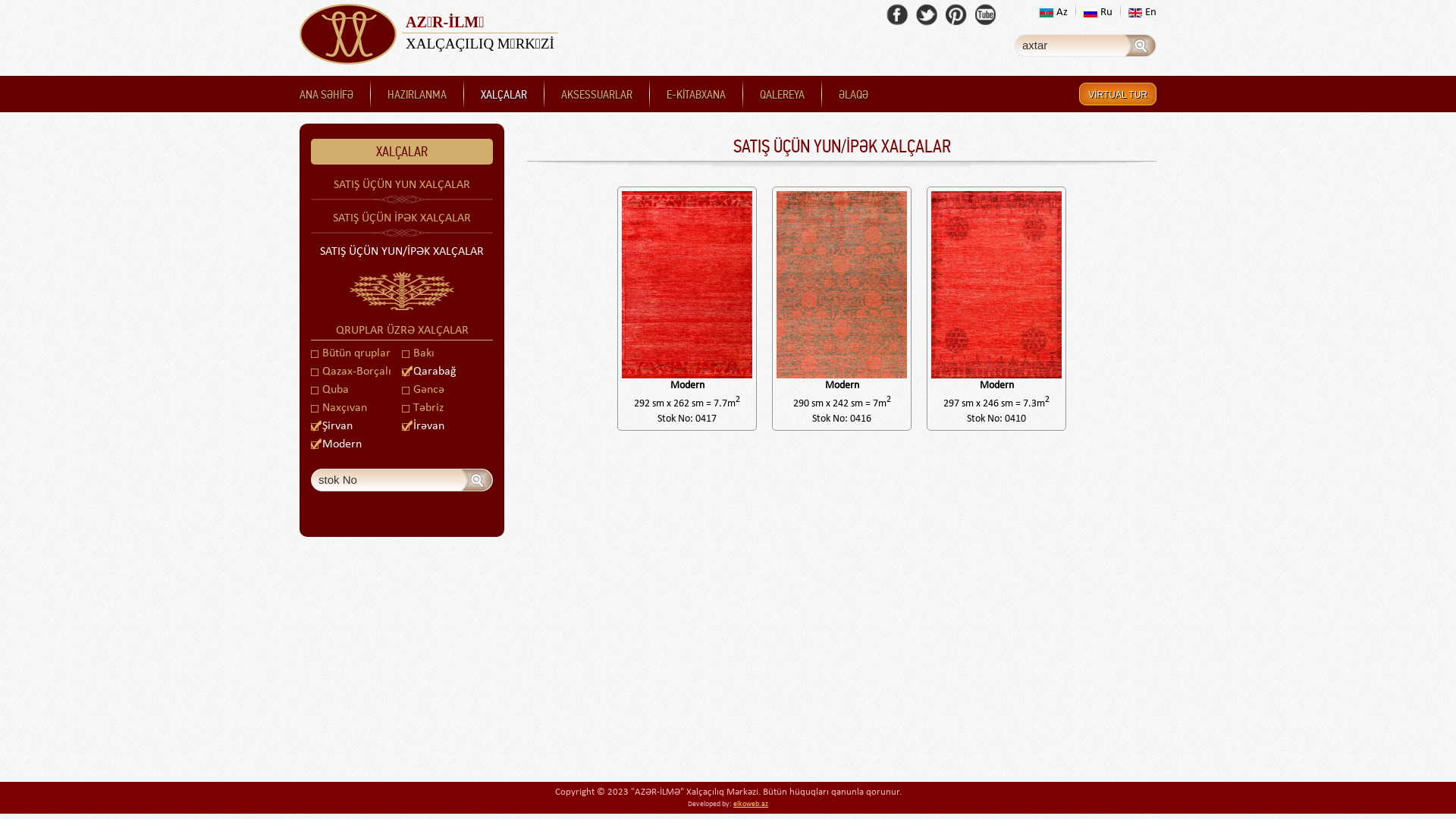 The image size is (1456, 819). What do you see at coordinates (329, 388) in the screenshot?
I see `'Quba'` at bounding box center [329, 388].